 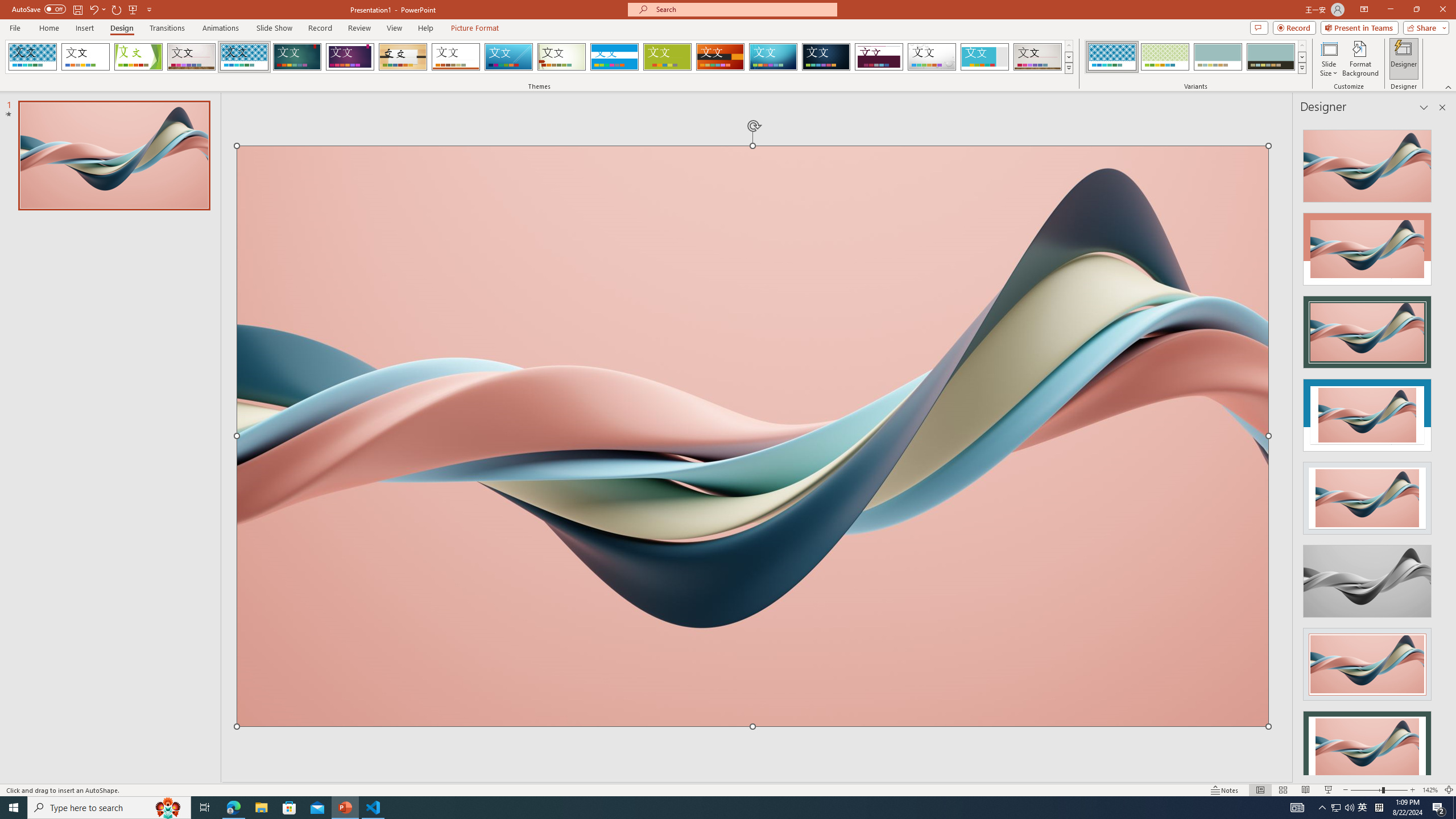 What do you see at coordinates (1366, 162) in the screenshot?
I see `'Recommended Design: Design Idea'` at bounding box center [1366, 162].